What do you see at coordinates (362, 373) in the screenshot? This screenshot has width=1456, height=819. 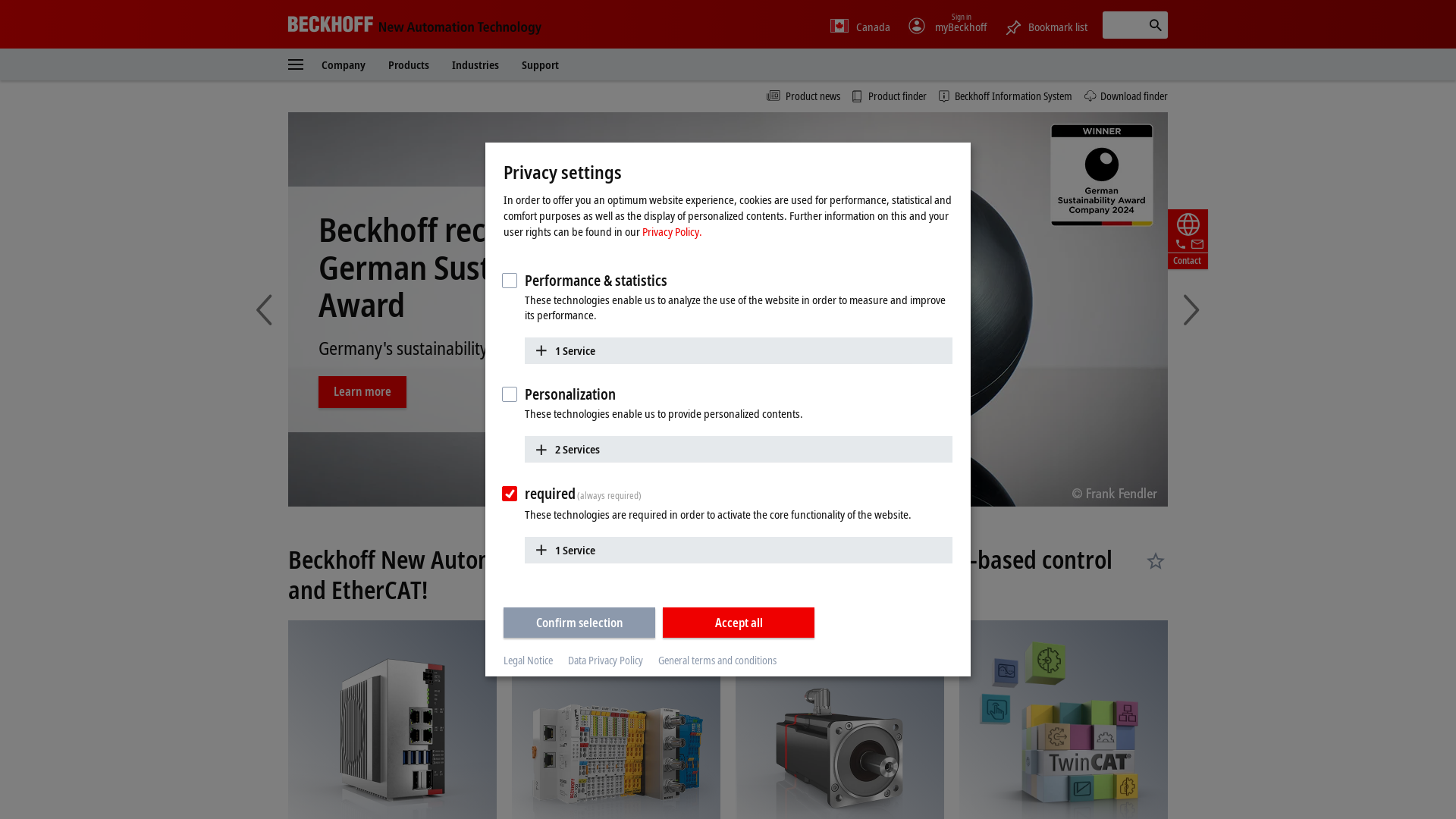 I see `'Learn more'` at bounding box center [362, 373].